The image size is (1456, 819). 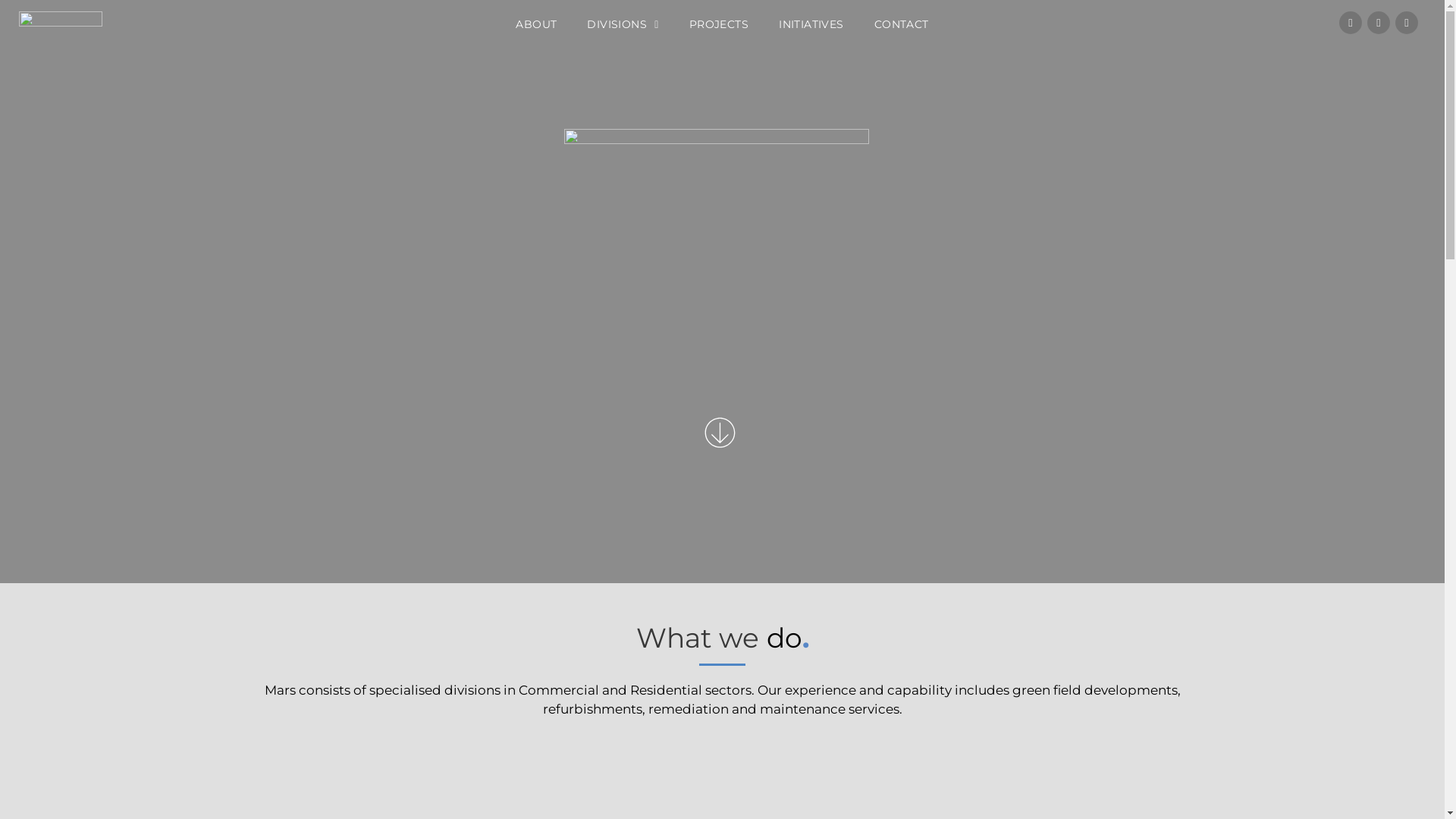 What do you see at coordinates (718, 24) in the screenshot?
I see `'PROJECTS'` at bounding box center [718, 24].